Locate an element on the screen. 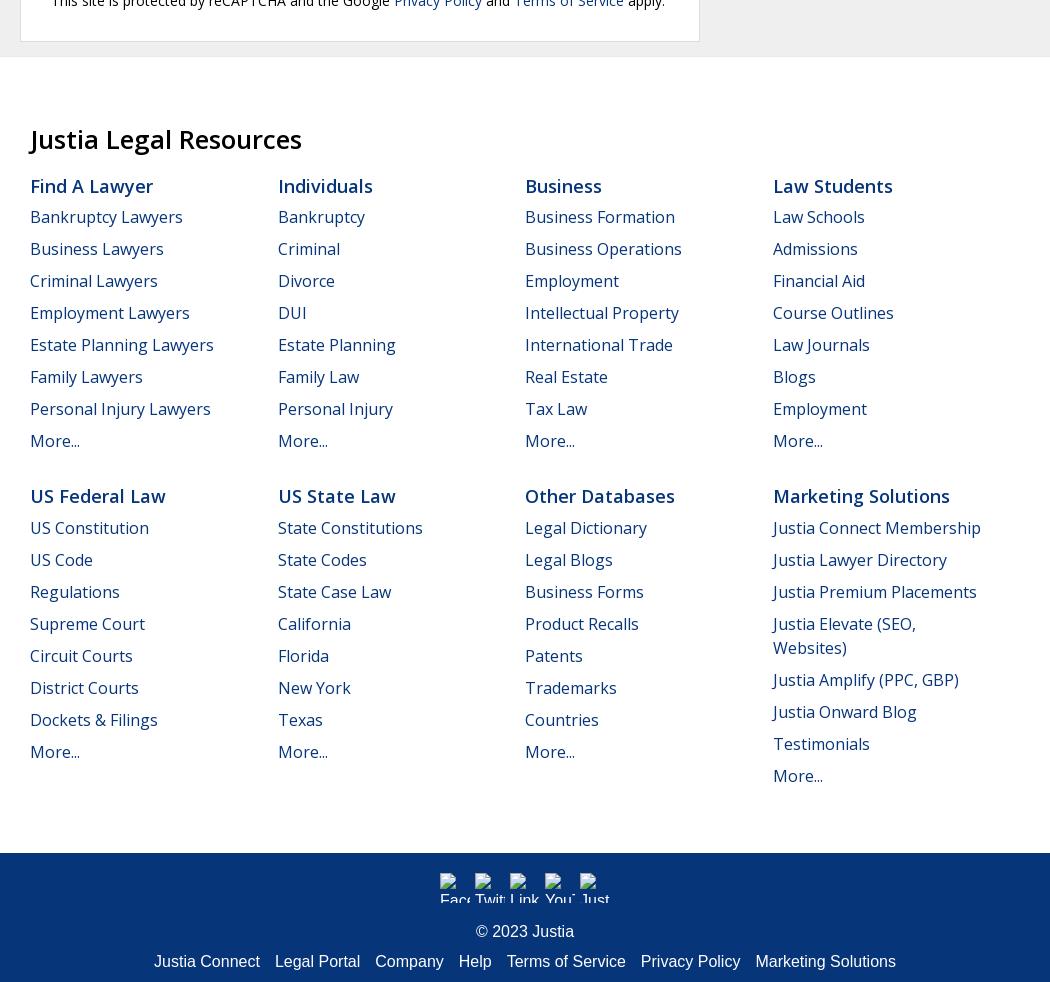  'Real Estate' is located at coordinates (565, 376).